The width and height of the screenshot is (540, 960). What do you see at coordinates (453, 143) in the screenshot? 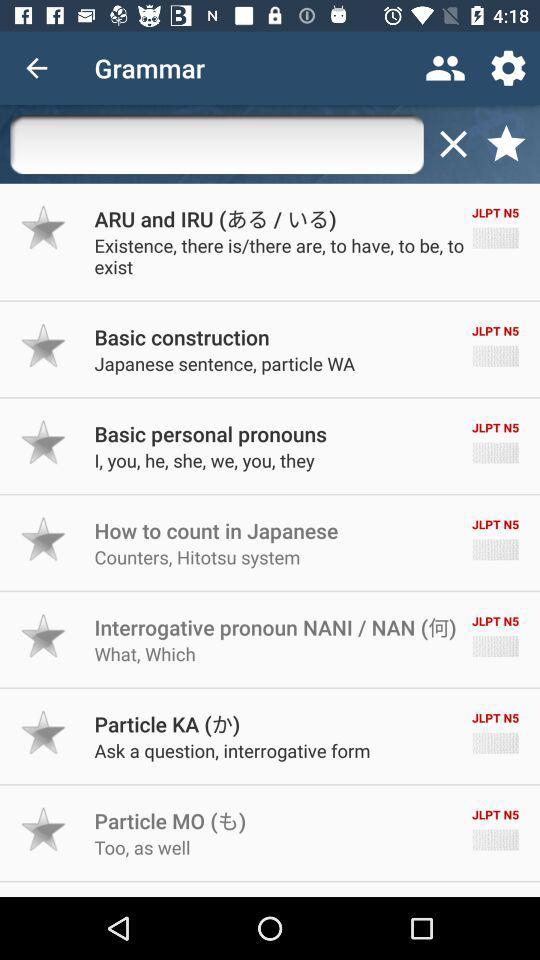
I see `the close icon` at bounding box center [453, 143].